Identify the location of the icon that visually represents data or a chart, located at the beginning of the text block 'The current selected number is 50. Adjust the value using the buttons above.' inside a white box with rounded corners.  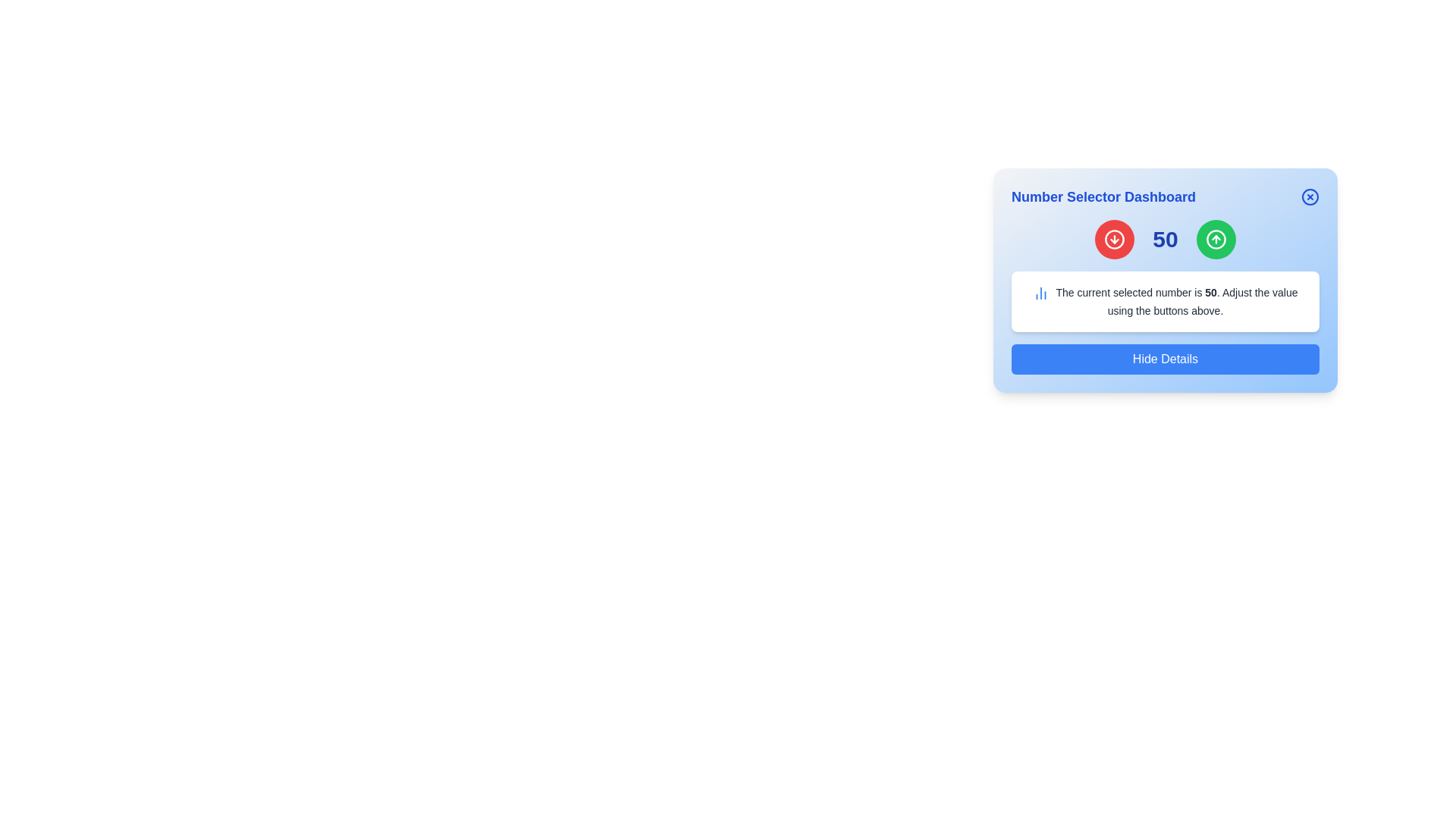
(1040, 293).